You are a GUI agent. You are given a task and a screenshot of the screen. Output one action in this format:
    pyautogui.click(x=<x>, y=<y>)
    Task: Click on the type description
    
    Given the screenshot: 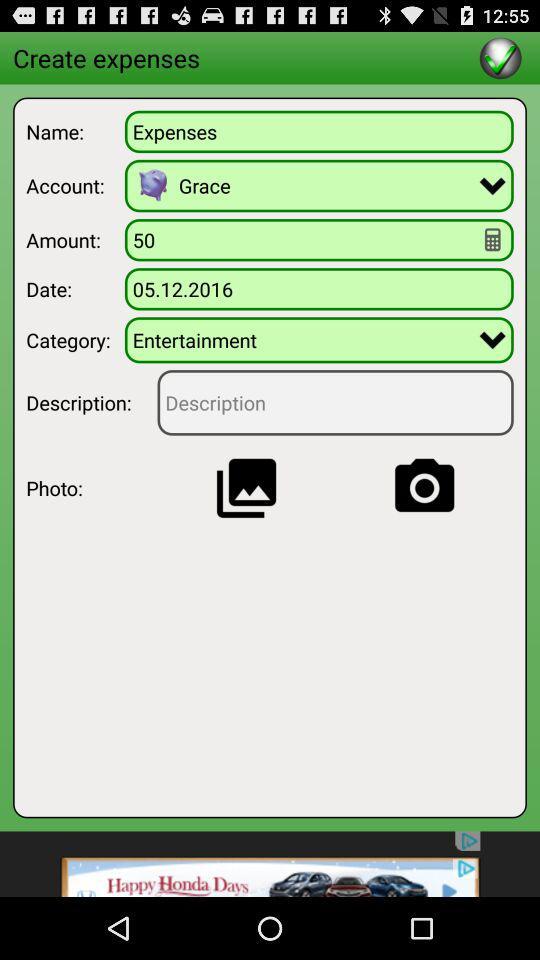 What is the action you would take?
    pyautogui.click(x=335, y=401)
    